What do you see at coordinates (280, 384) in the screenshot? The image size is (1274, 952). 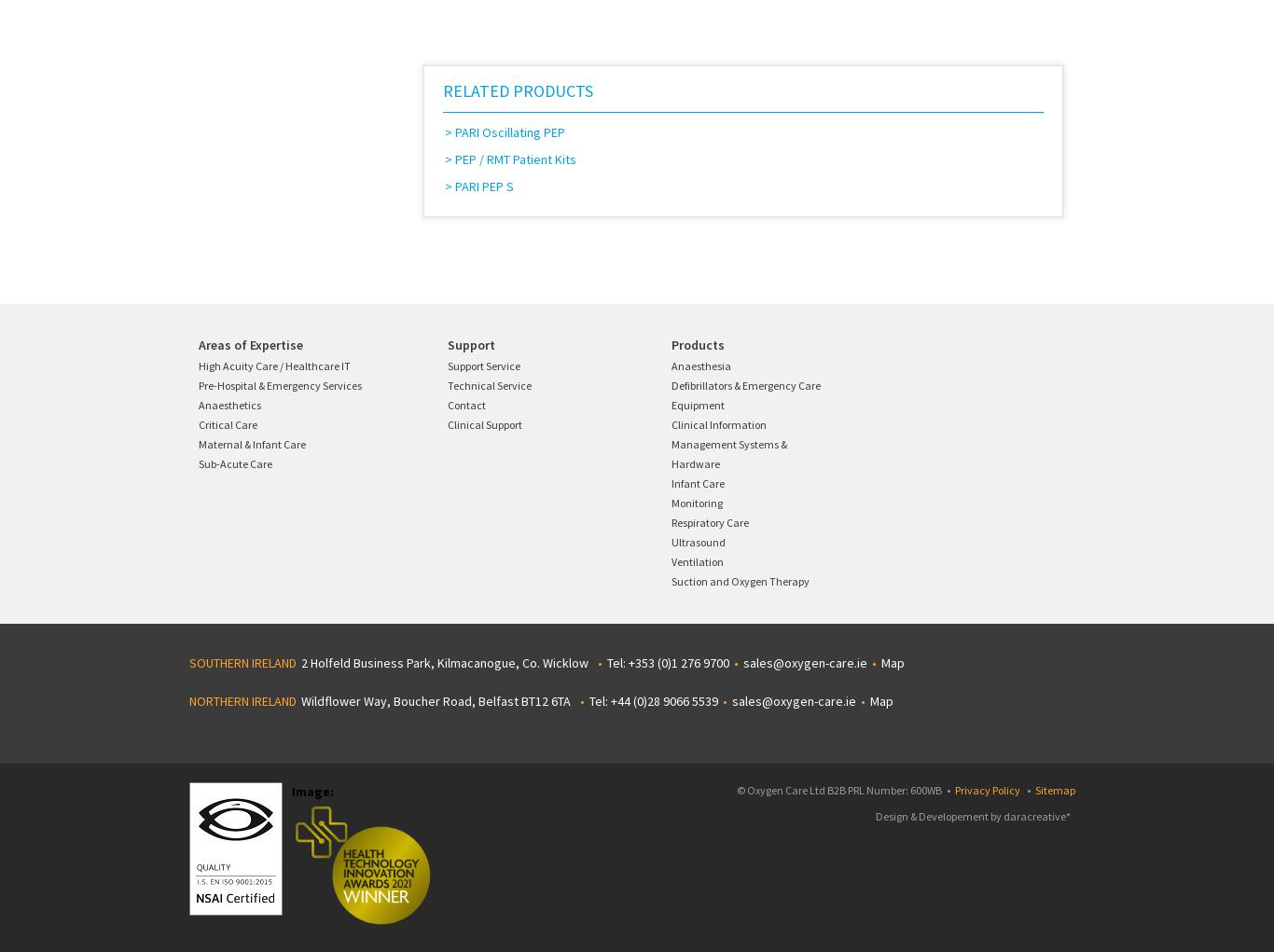 I see `'Pre-Hospital & Emergency Services'` at bounding box center [280, 384].